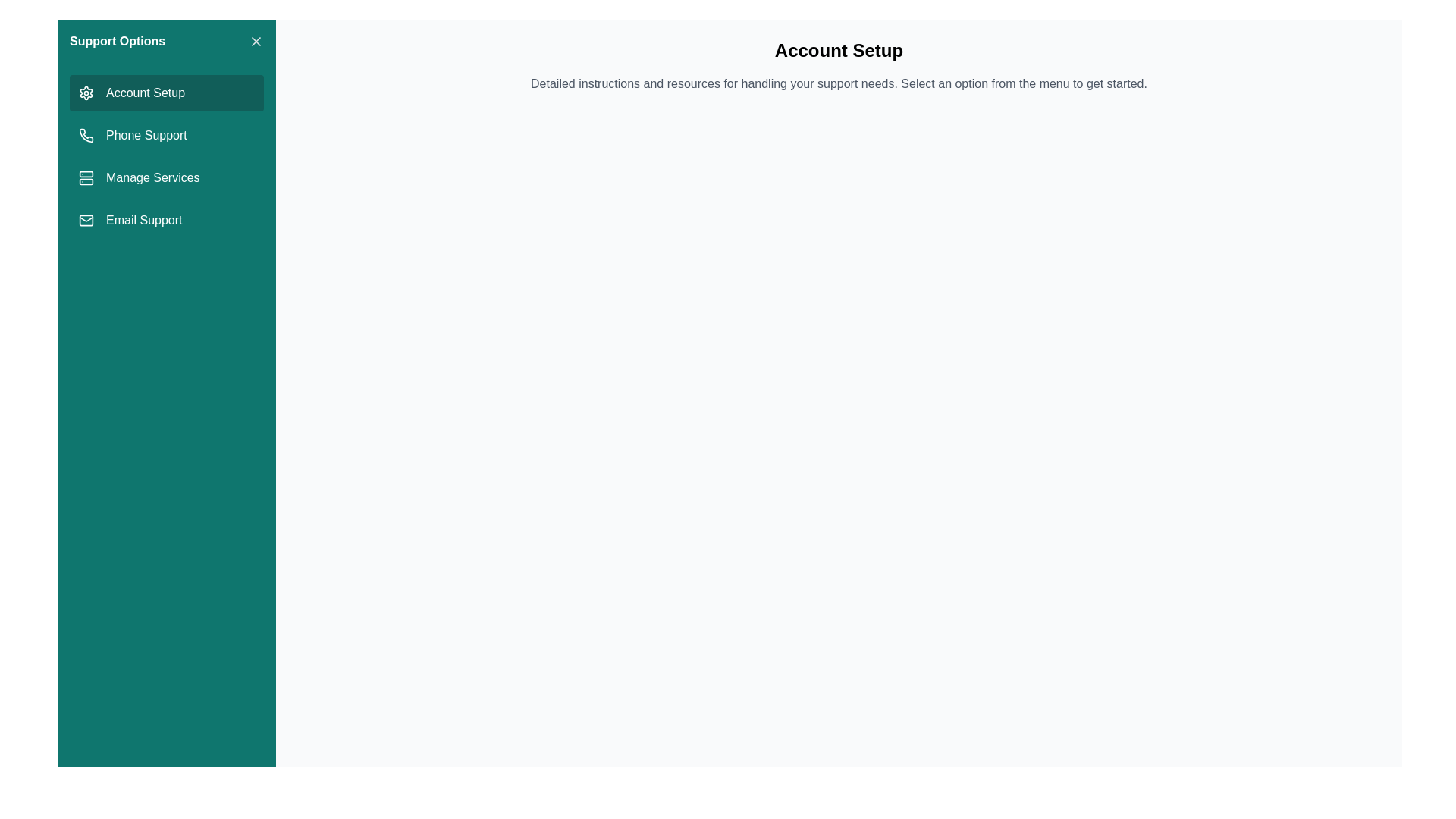 The width and height of the screenshot is (1456, 819). I want to click on the 'Email Support' button in the left sidebar, so click(167, 220).